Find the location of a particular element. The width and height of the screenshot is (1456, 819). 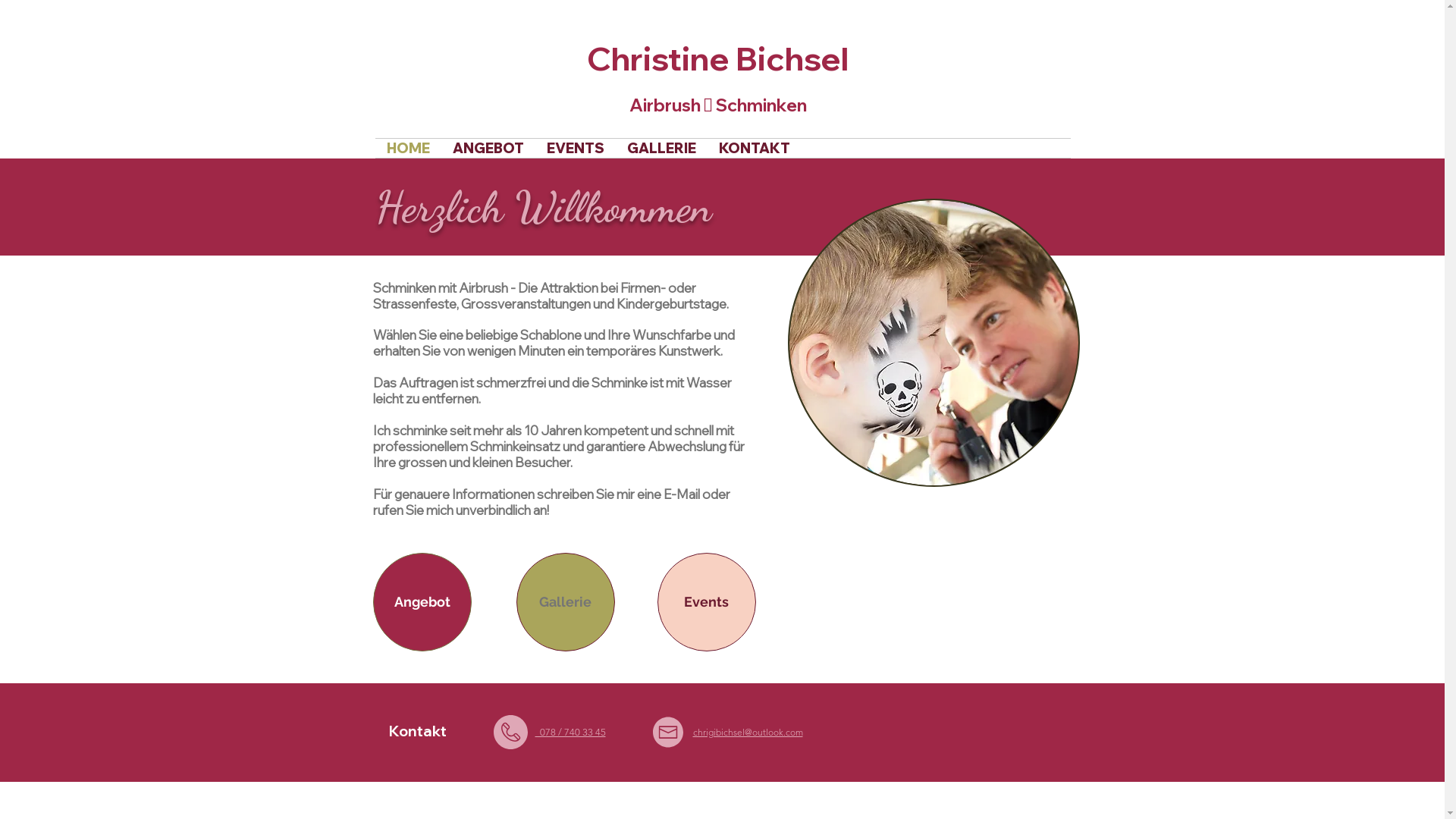

'EVENTS' is located at coordinates (574, 148).